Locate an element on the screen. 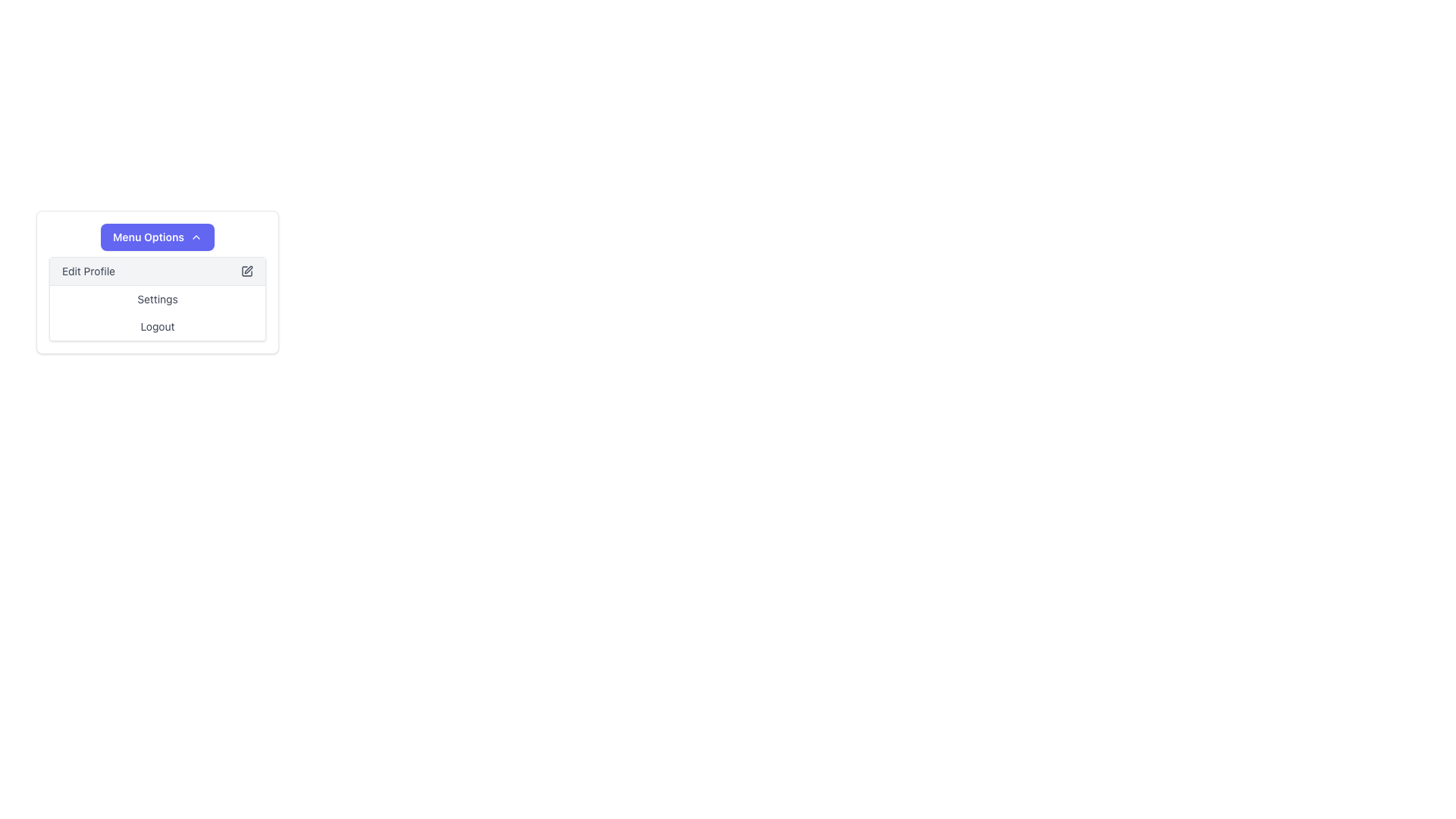 The width and height of the screenshot is (1456, 819). the Text Button in the dropdown menu is located at coordinates (157, 299).